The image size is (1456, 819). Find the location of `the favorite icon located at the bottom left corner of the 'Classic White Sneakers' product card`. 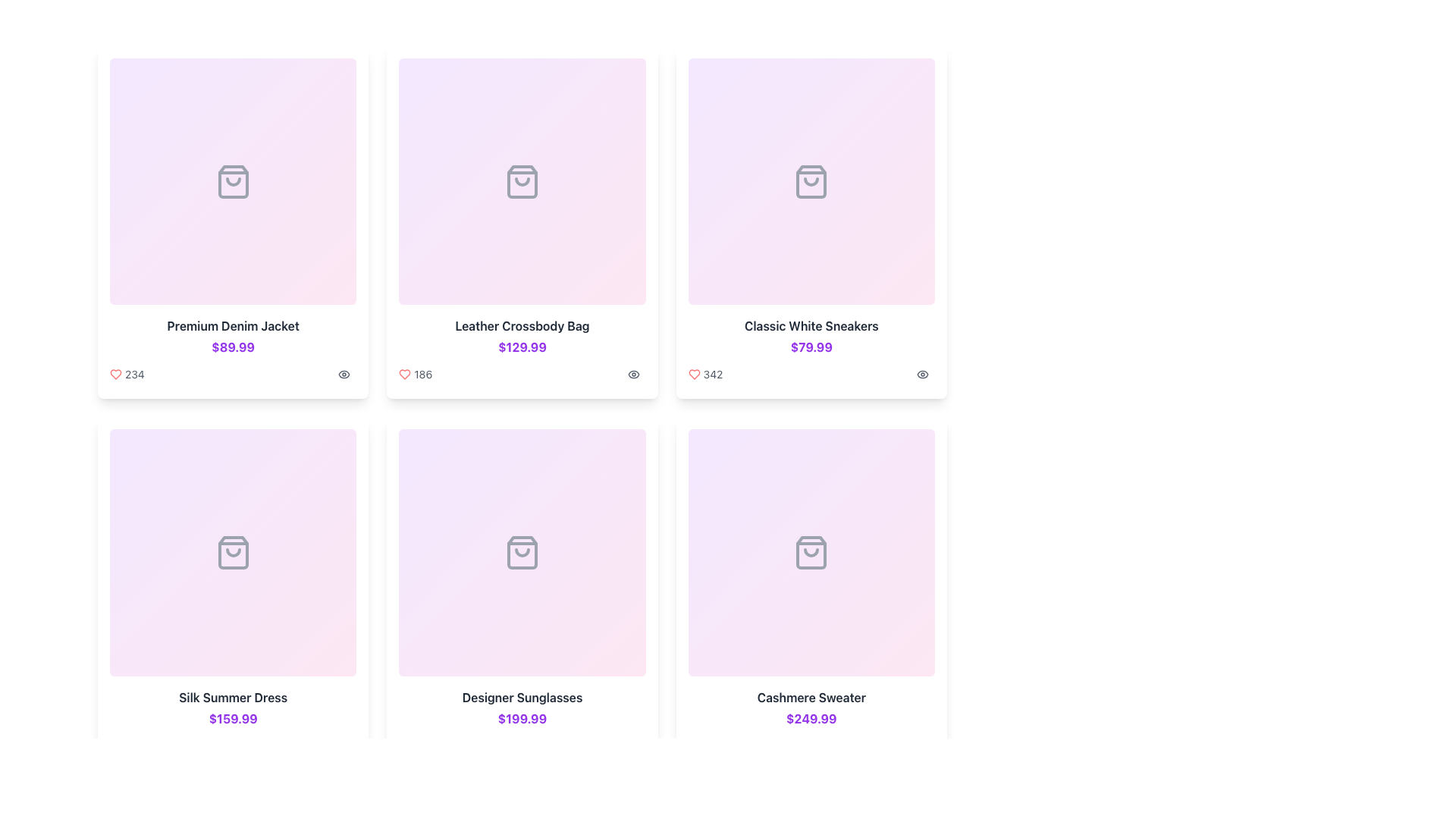

the favorite icon located at the bottom left corner of the 'Classic White Sneakers' product card is located at coordinates (693, 375).